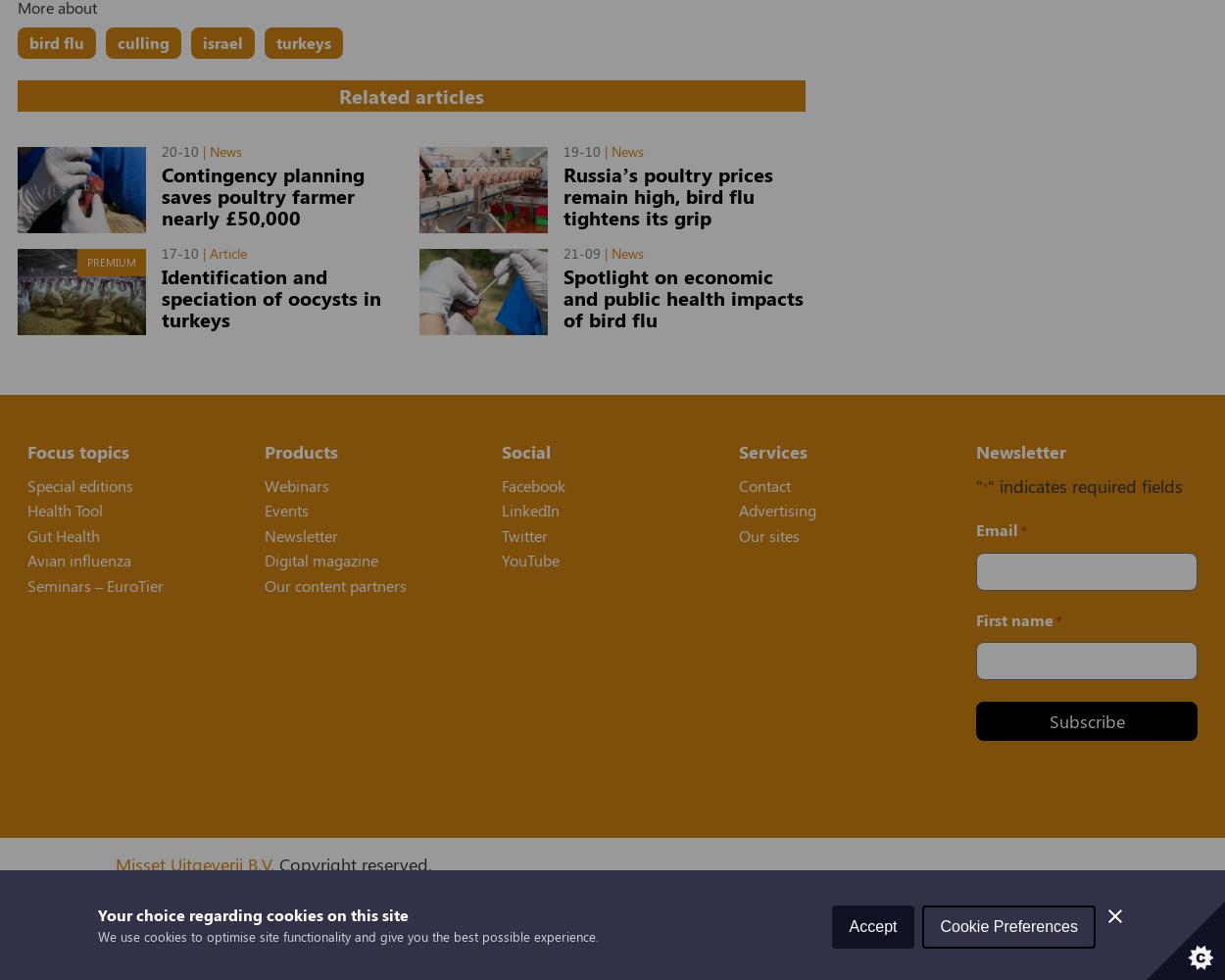 This screenshot has height=980, width=1225. What do you see at coordinates (777, 510) in the screenshot?
I see `'Advertising'` at bounding box center [777, 510].